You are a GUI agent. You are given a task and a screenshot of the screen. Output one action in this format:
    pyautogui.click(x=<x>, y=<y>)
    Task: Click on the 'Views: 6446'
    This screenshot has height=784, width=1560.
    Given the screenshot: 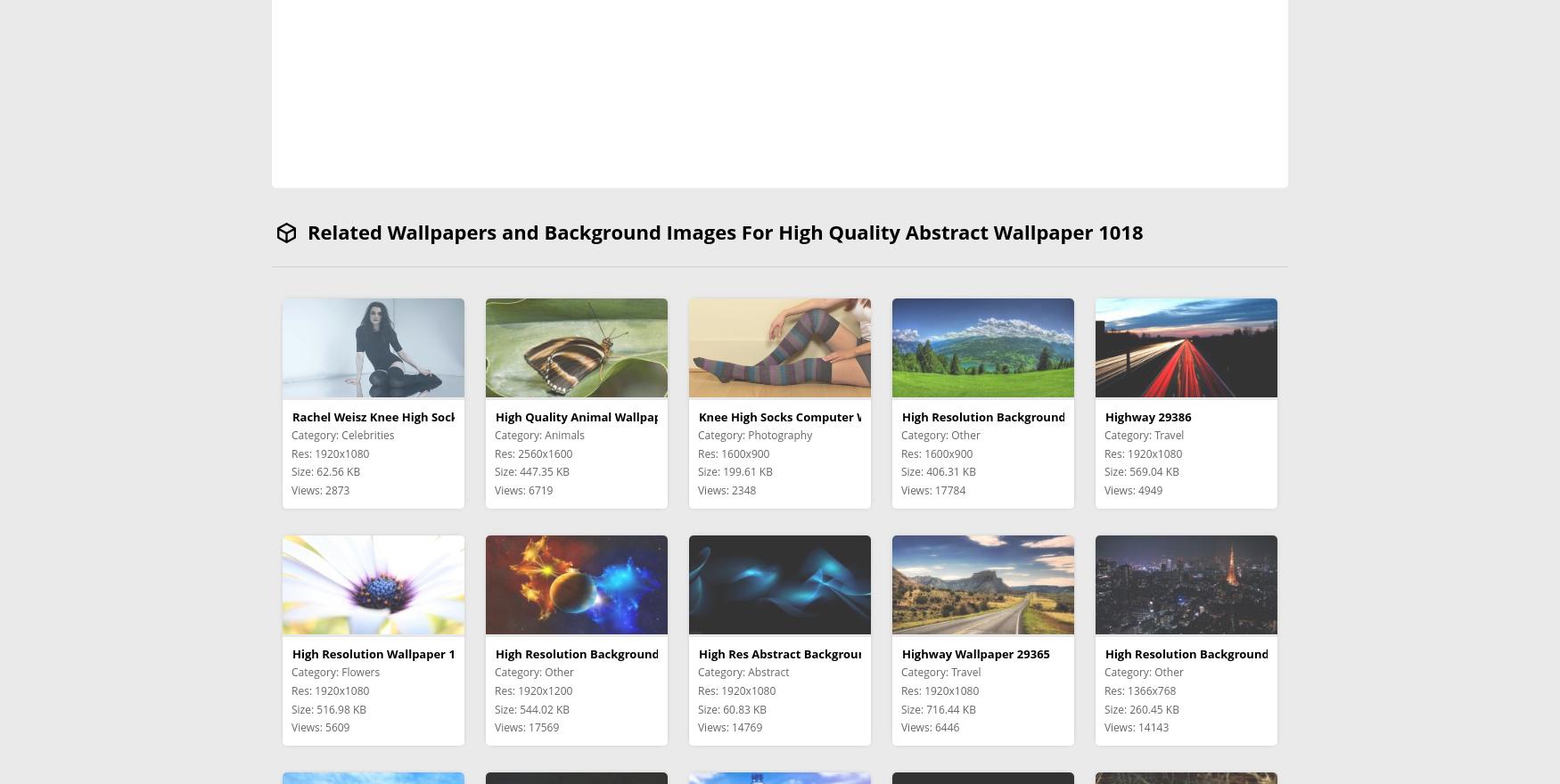 What is the action you would take?
    pyautogui.click(x=929, y=726)
    